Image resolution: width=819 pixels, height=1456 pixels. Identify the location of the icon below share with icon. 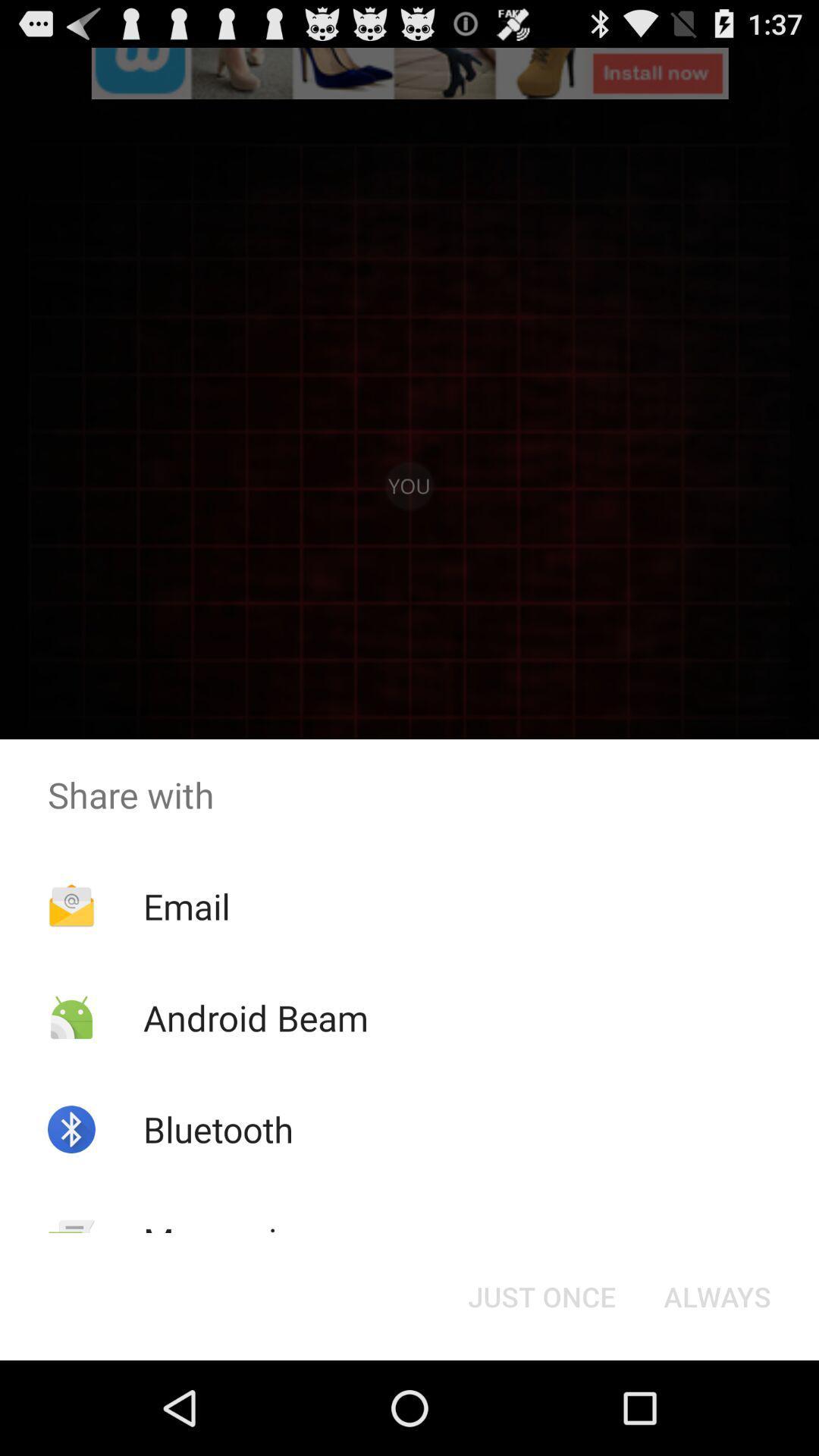
(717, 1295).